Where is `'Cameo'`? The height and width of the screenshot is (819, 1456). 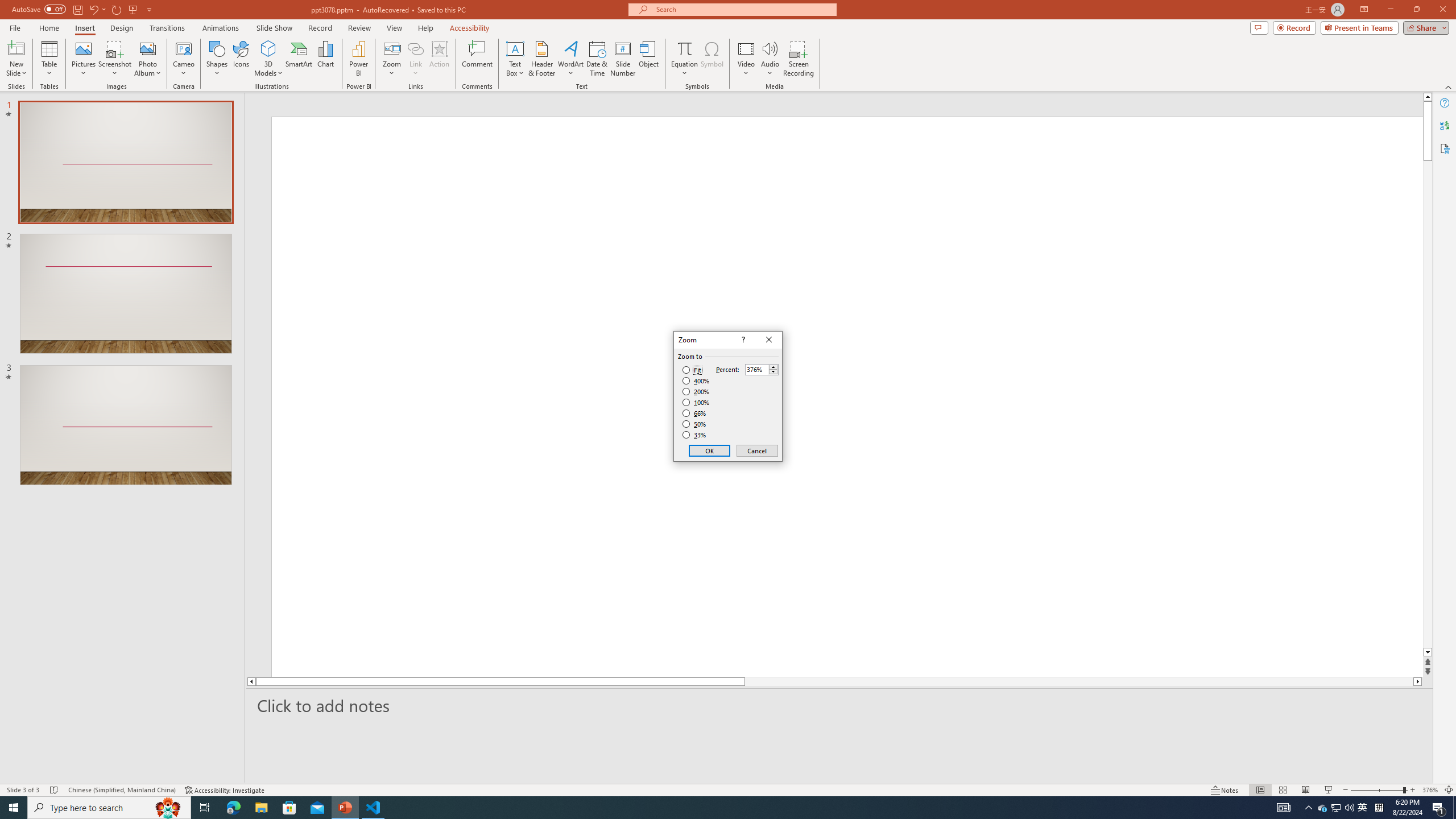 'Cameo' is located at coordinates (183, 48).